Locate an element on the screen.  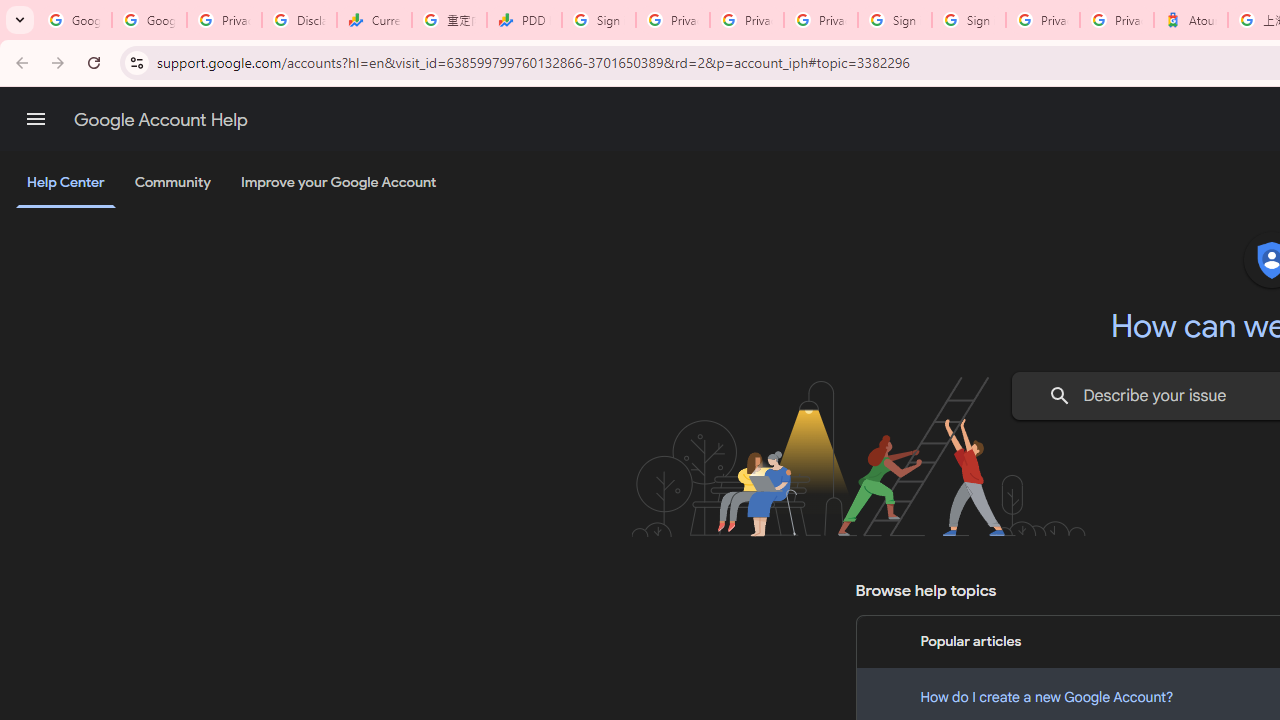
'Sign in - Google Accounts' is located at coordinates (893, 20).